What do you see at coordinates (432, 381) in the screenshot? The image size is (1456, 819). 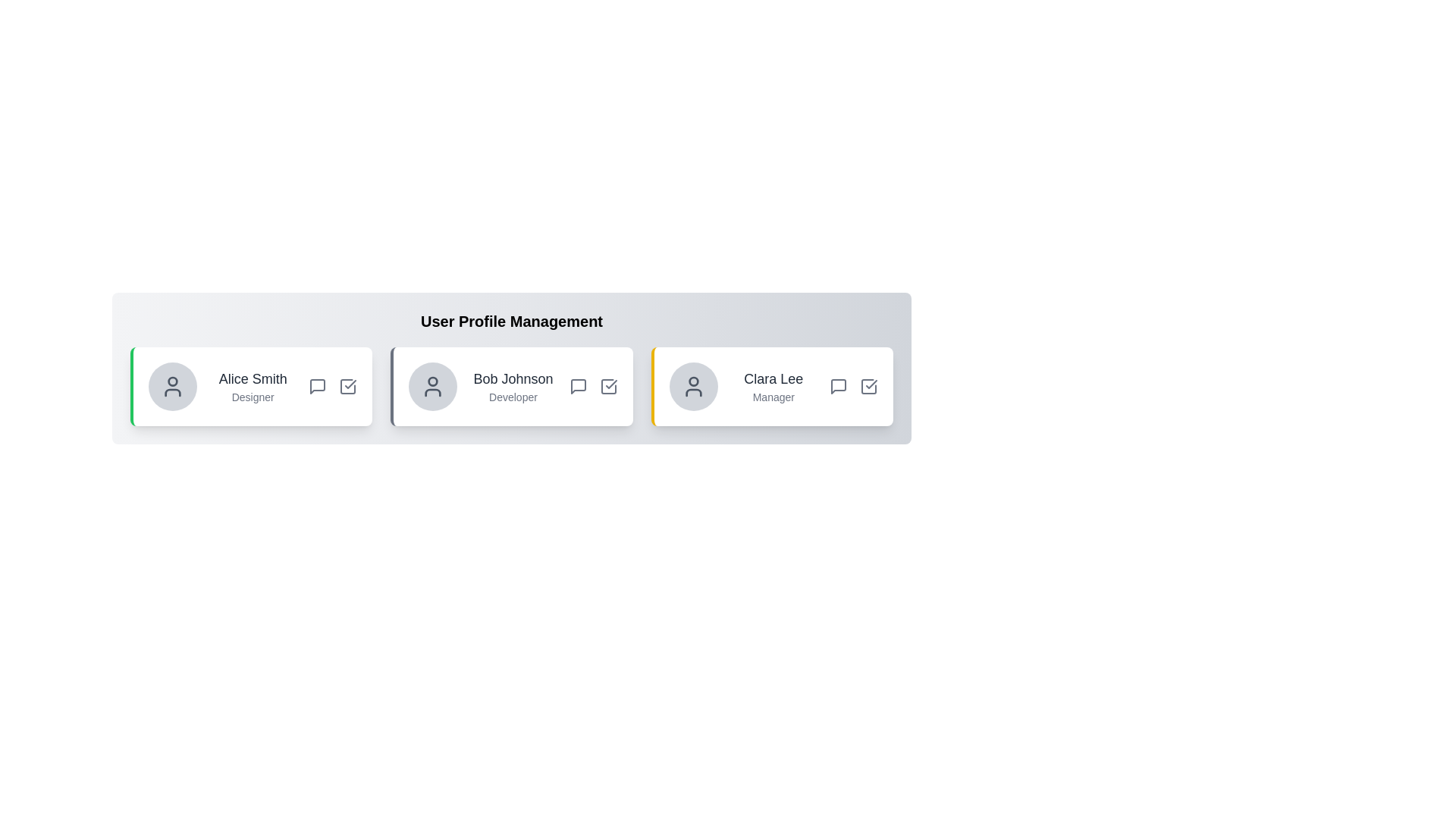 I see `the avatar icon of the user profile 'Bob Johnson' located in the second card of the horizontally arranged user profile cards` at bounding box center [432, 381].